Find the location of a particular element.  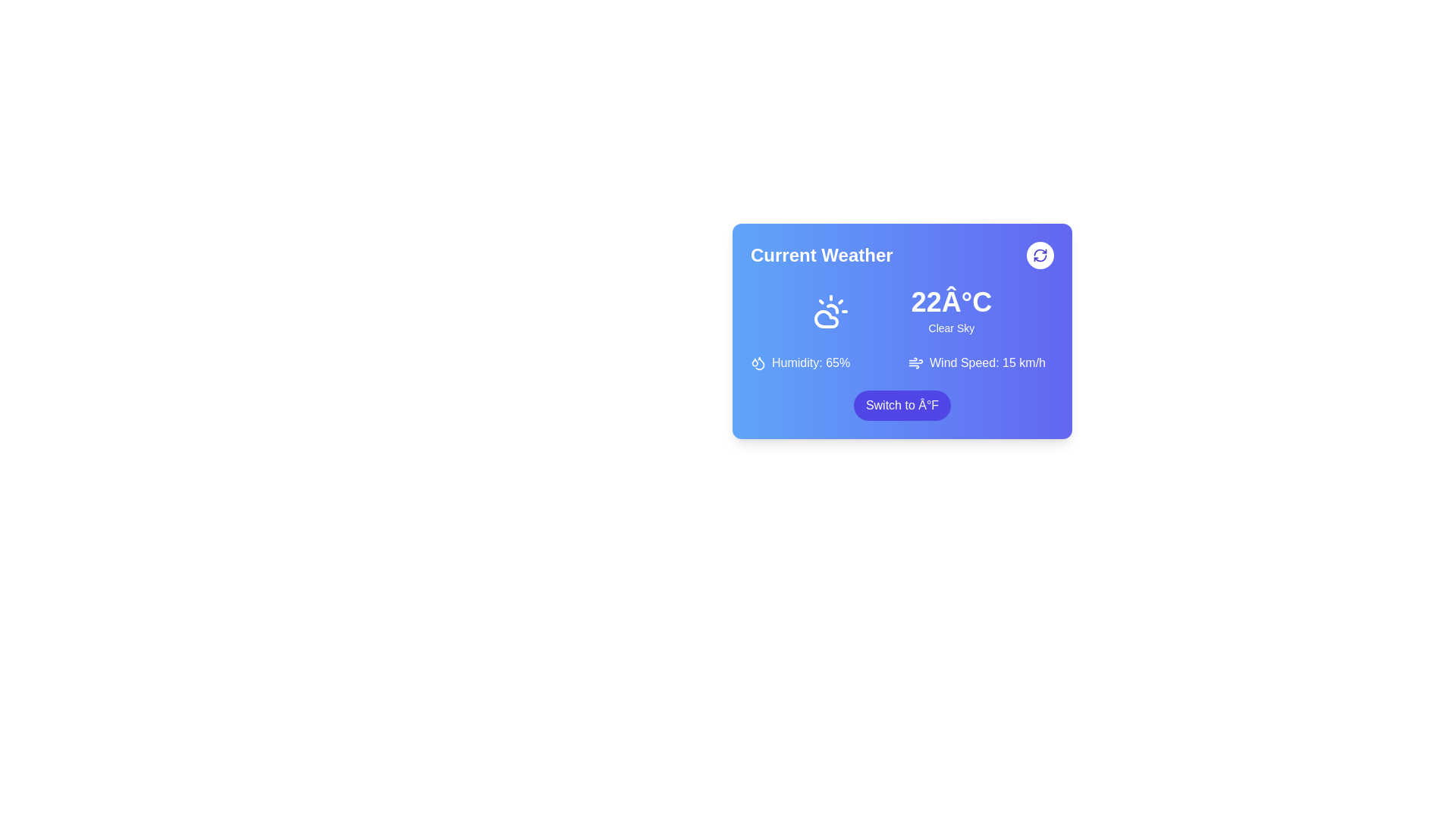

the rounded button with a white background and indigo refresh icon located at the top-right corner of the 'Current Weather' section to change its background color to gray is located at coordinates (1040, 254).